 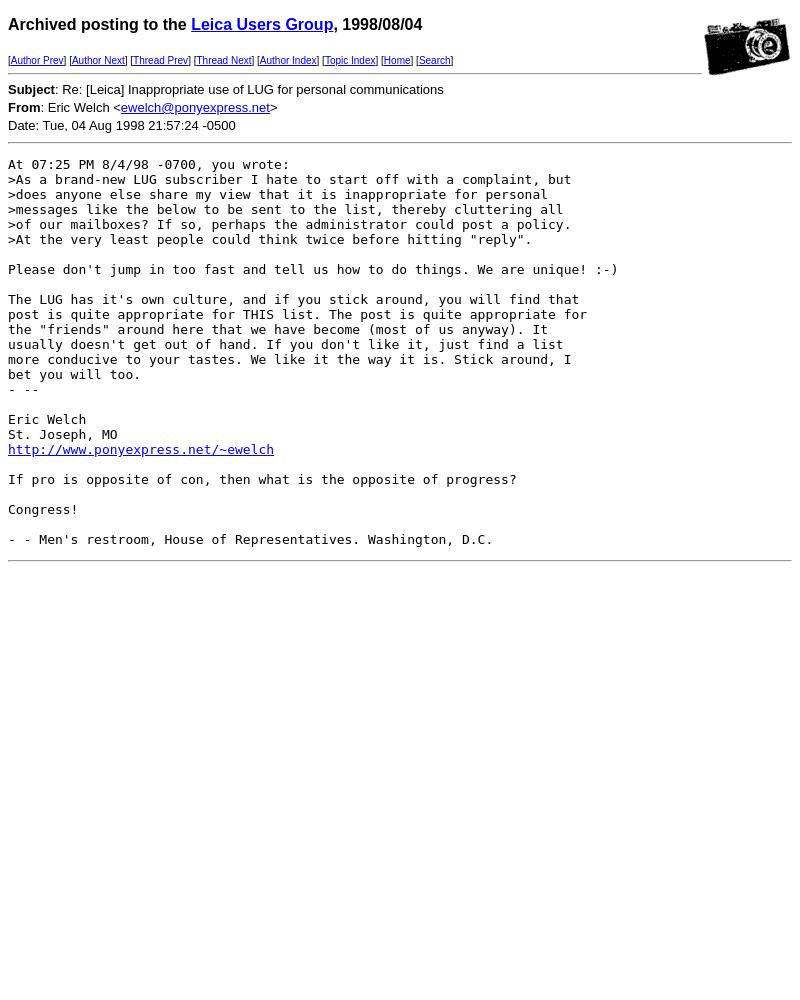 What do you see at coordinates (10, 60) in the screenshot?
I see `'Author Prev'` at bounding box center [10, 60].